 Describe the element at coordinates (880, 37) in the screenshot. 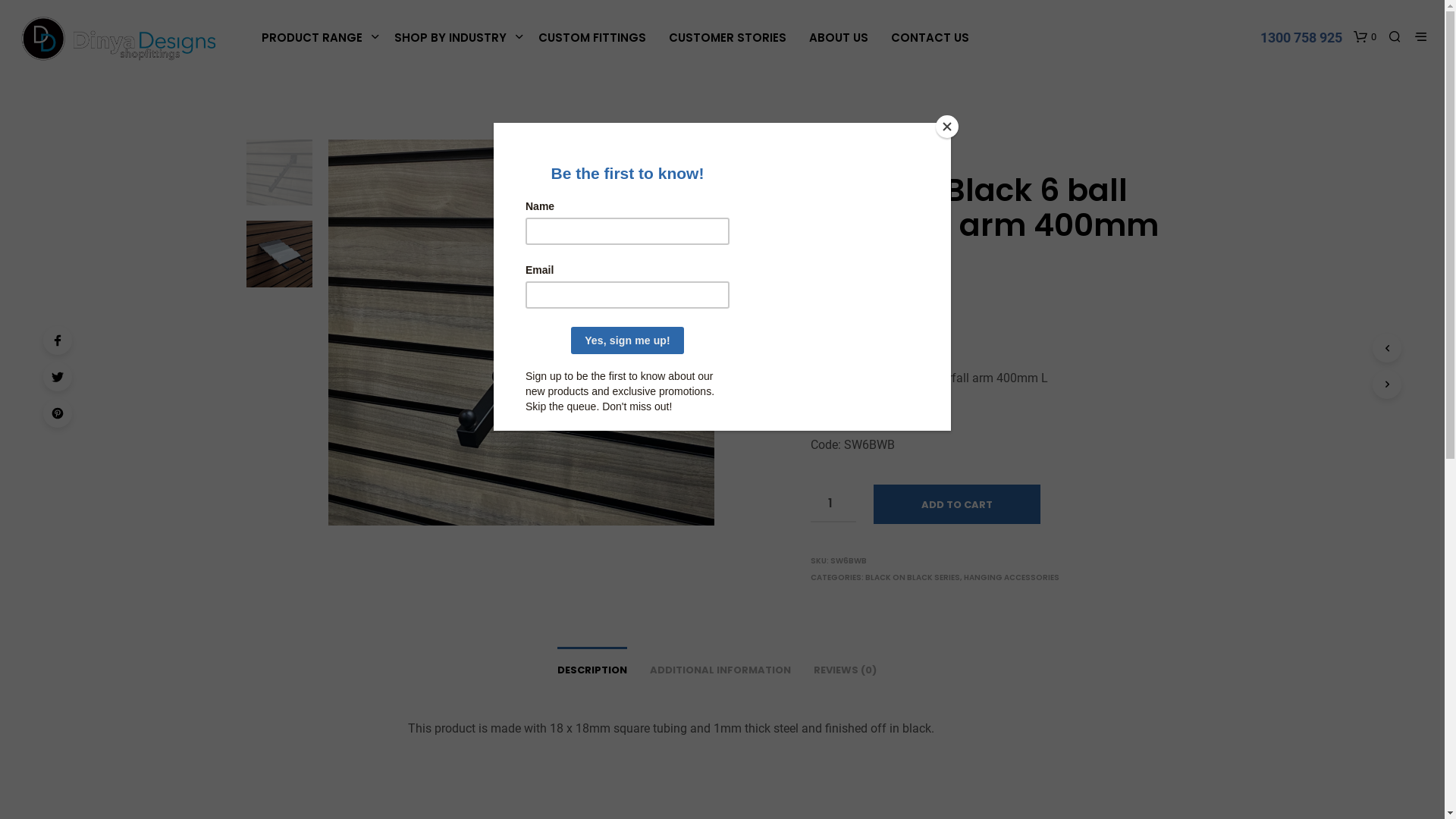

I see `'CONTACT US'` at that location.